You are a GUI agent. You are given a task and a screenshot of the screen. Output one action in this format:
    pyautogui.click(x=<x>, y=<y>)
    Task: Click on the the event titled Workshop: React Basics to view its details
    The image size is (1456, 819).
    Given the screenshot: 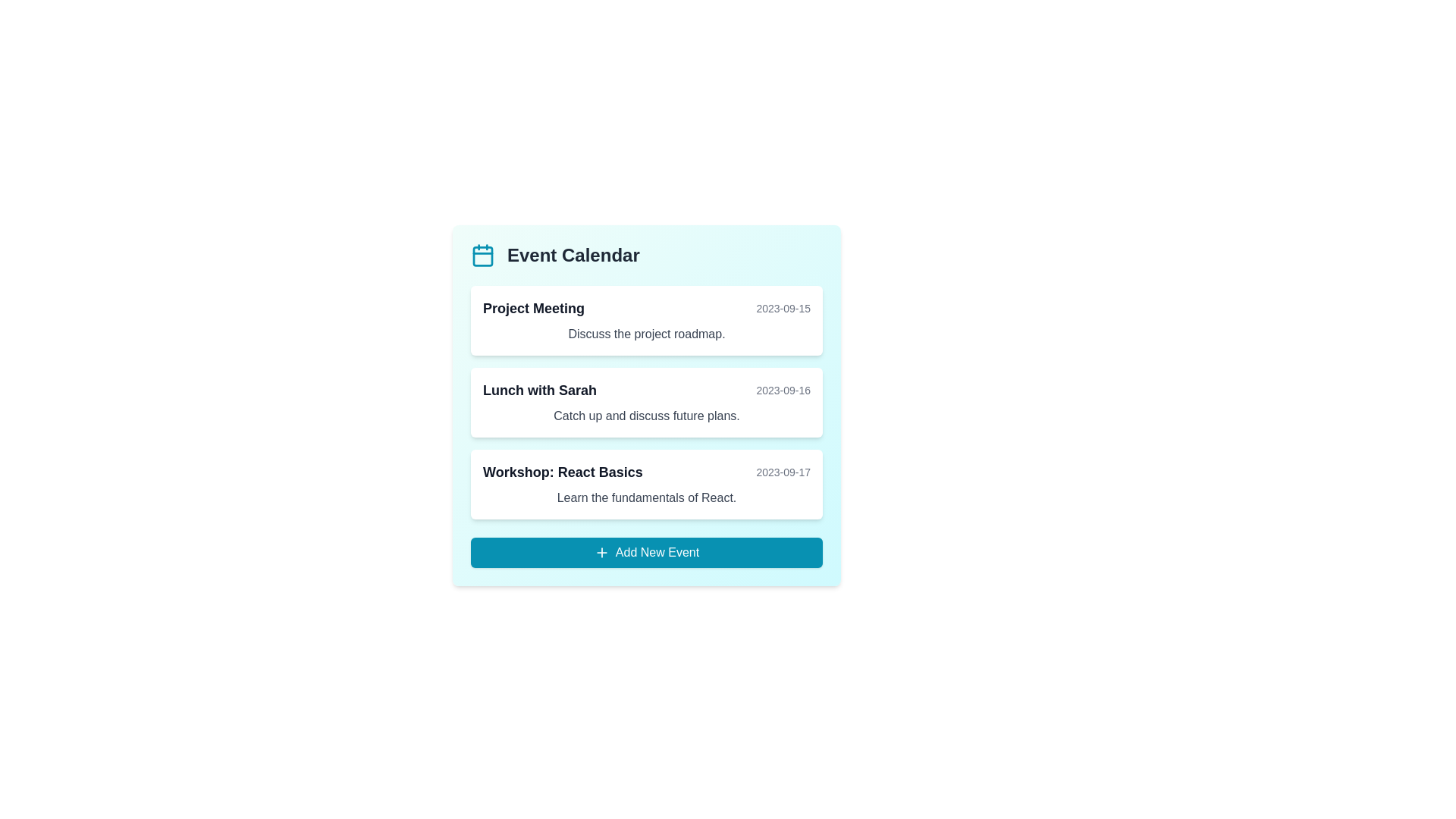 What is the action you would take?
    pyautogui.click(x=647, y=485)
    